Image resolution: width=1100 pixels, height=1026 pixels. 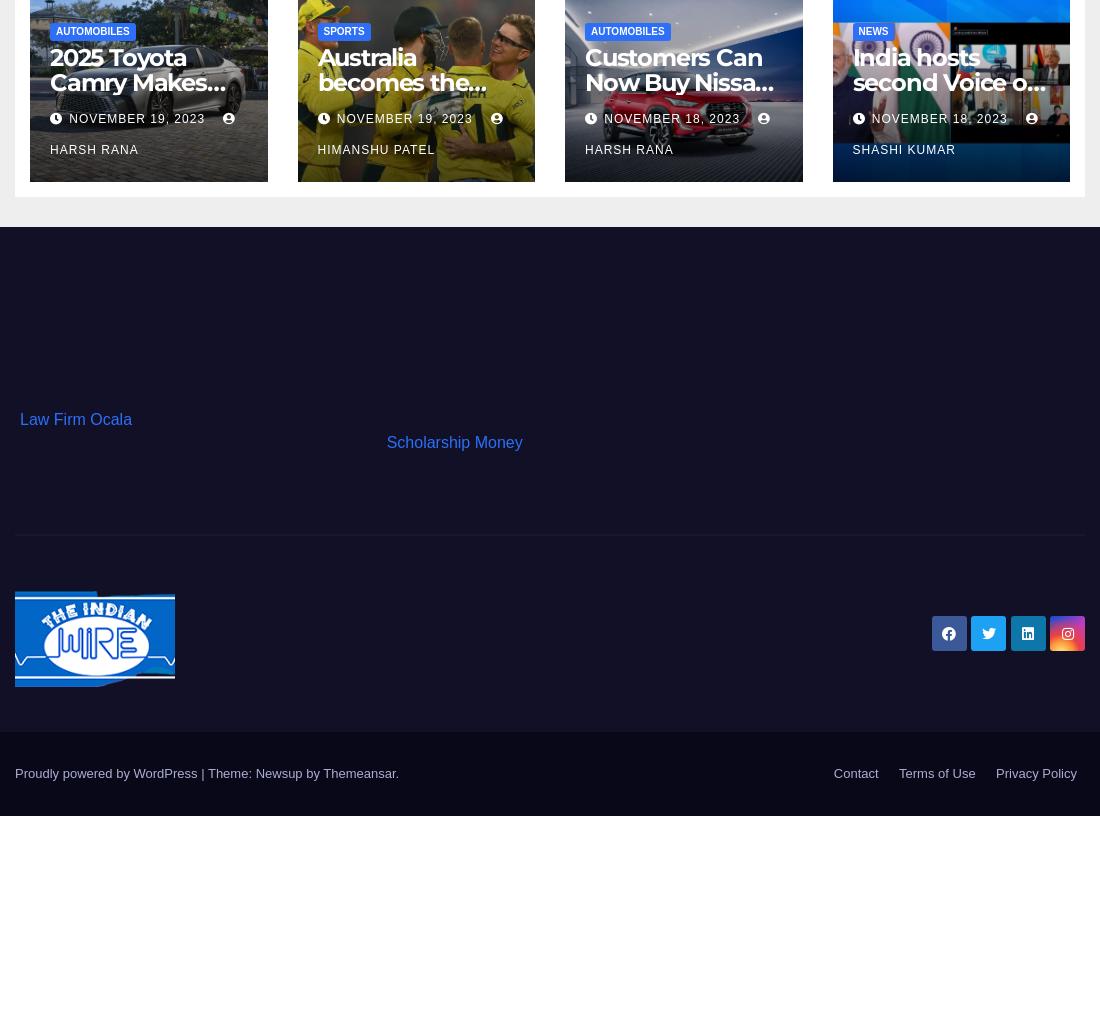 What do you see at coordinates (76, 419) in the screenshot?
I see `'Law Firm Ocala'` at bounding box center [76, 419].